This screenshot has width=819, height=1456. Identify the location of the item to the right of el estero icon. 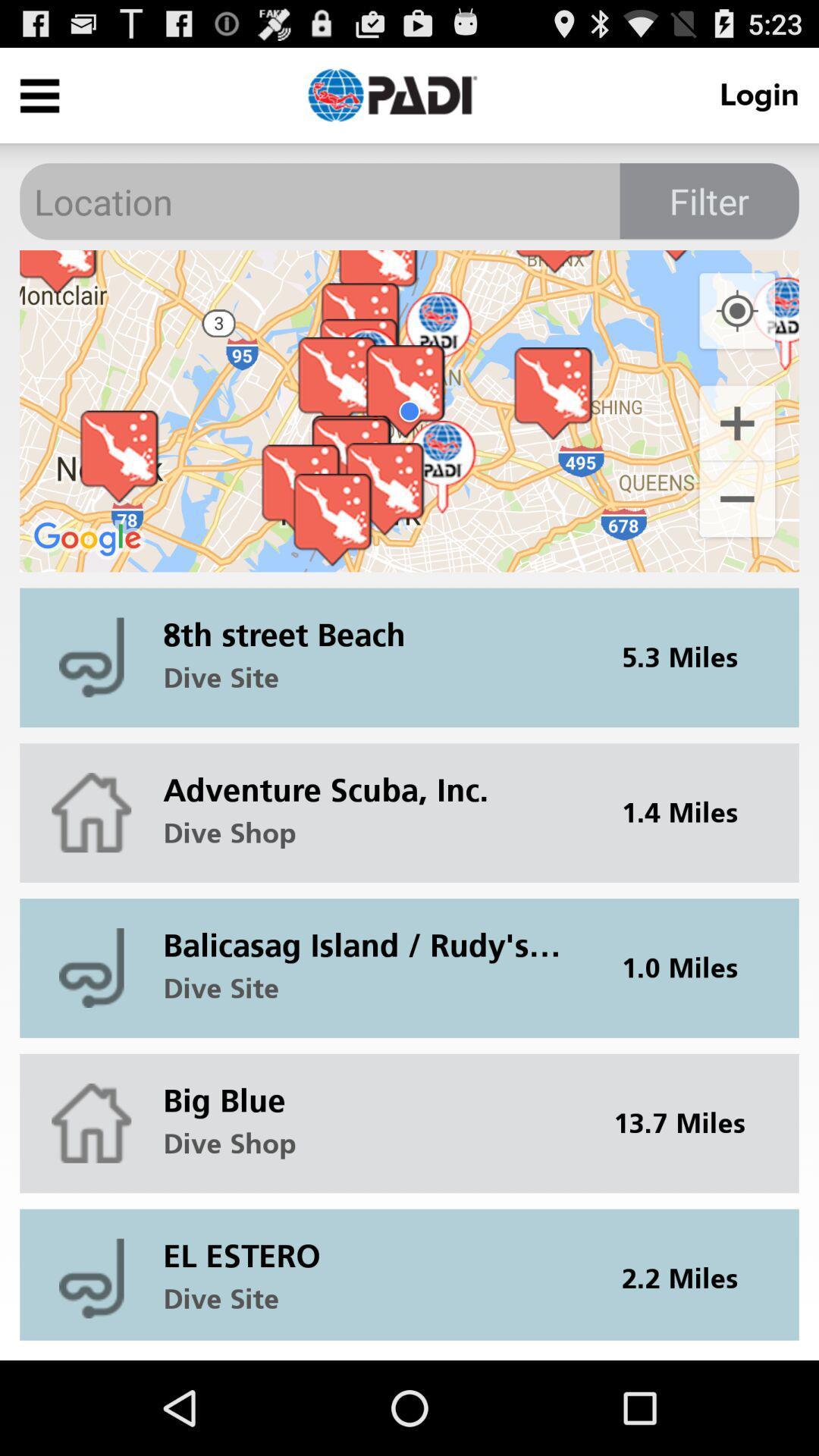
(689, 1274).